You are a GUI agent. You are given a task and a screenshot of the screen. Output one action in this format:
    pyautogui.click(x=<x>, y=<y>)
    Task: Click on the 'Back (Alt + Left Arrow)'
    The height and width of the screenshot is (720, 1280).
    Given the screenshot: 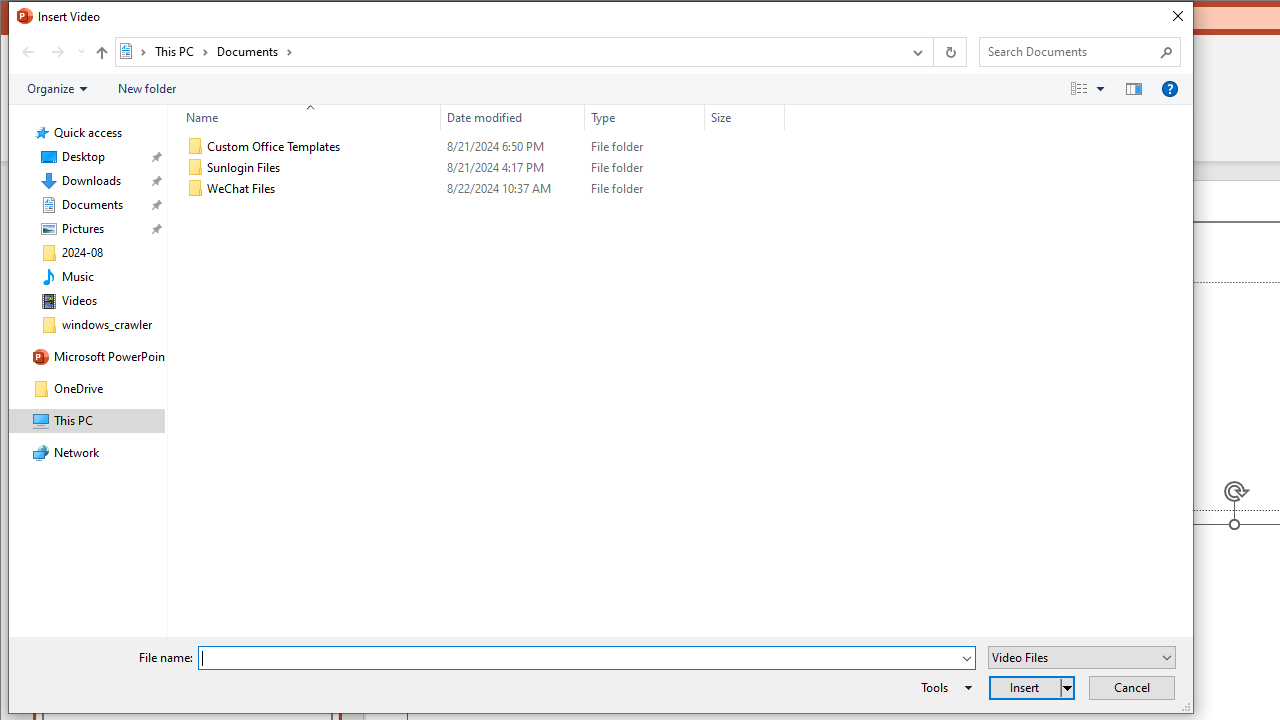 What is the action you would take?
    pyautogui.click(x=28, y=50)
    